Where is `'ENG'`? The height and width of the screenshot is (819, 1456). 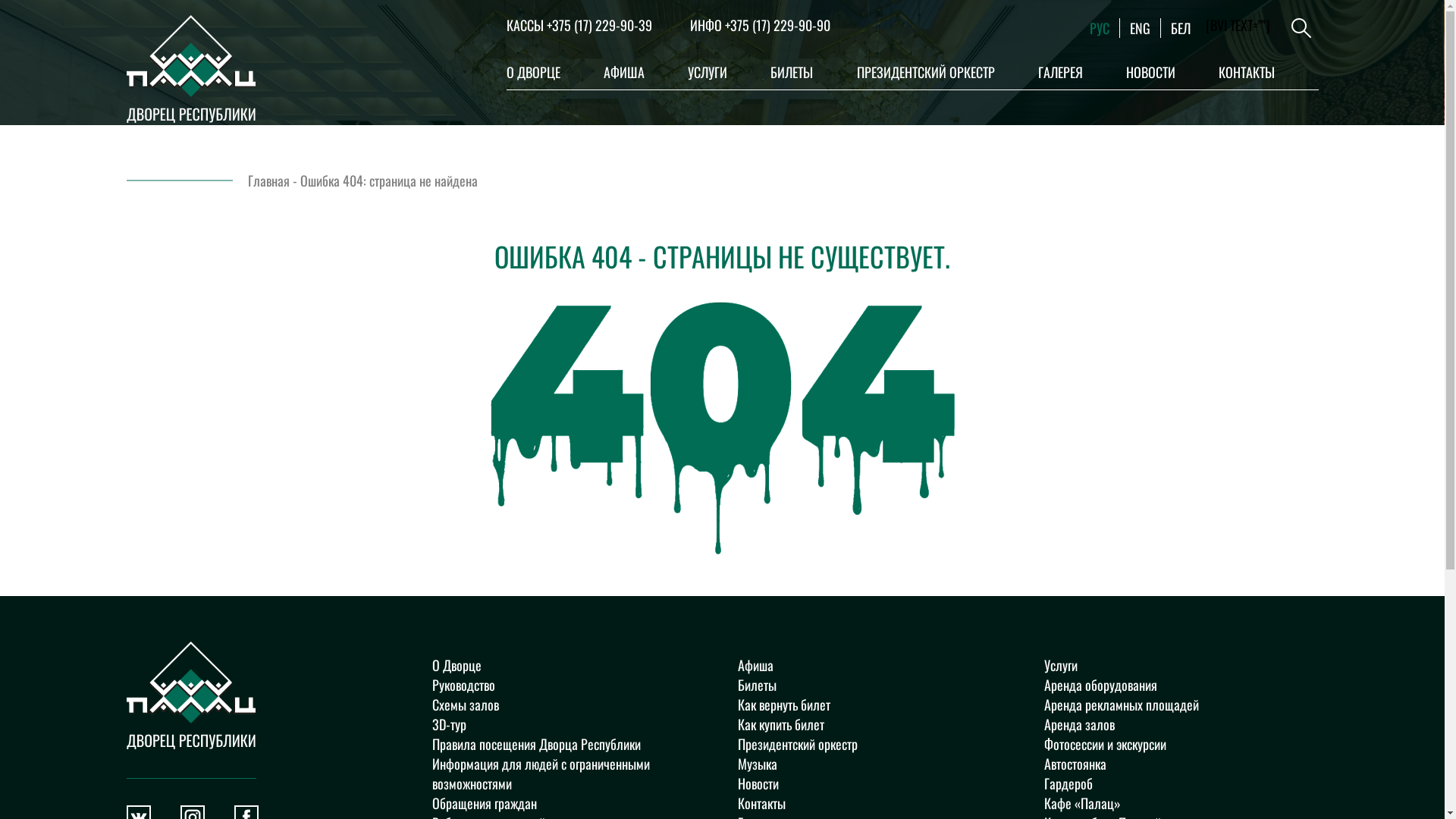 'ENG' is located at coordinates (1140, 28).